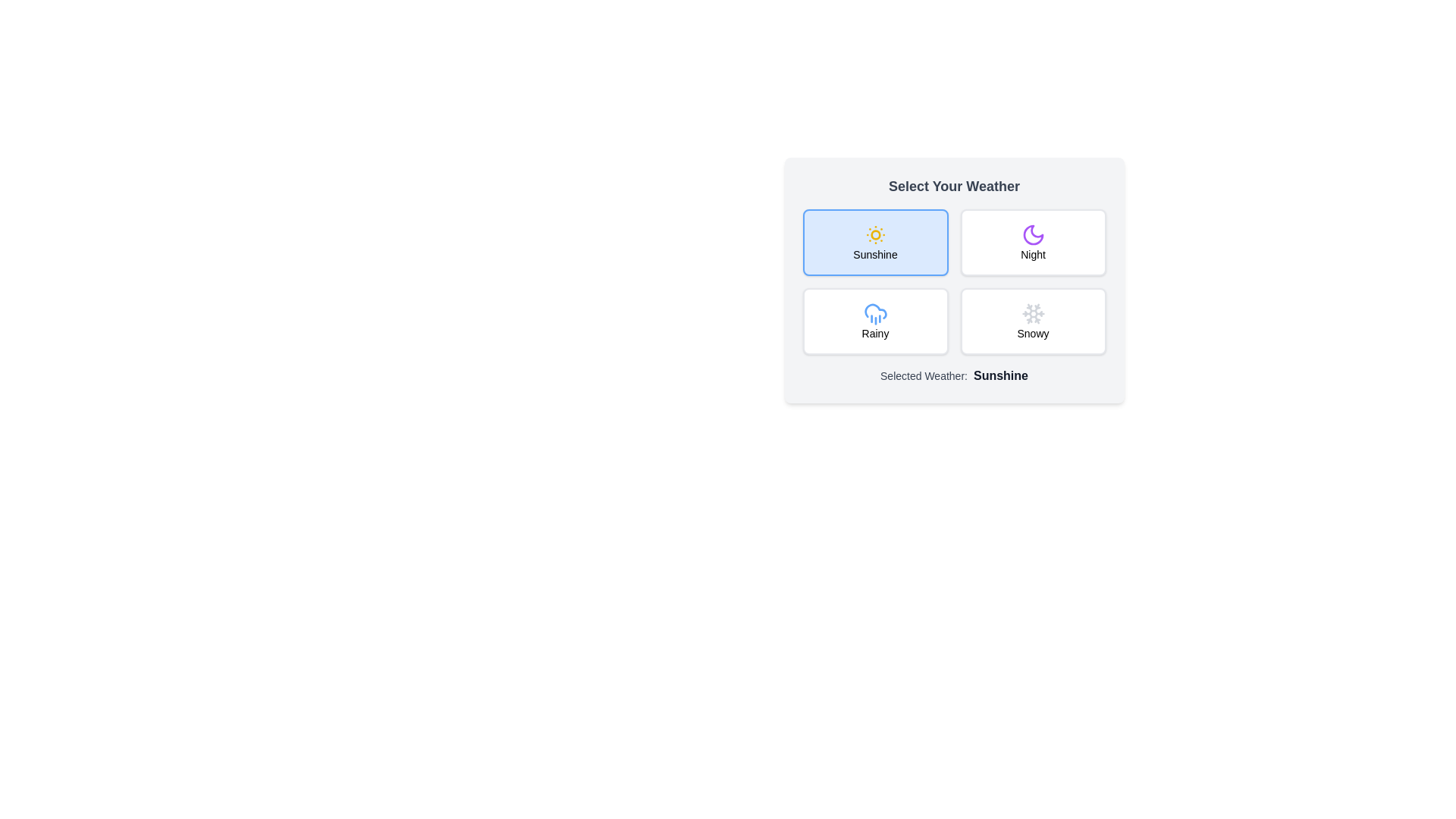 This screenshot has height=819, width=1456. I want to click on the weather option Sunshine by clicking its respective button, so click(875, 242).